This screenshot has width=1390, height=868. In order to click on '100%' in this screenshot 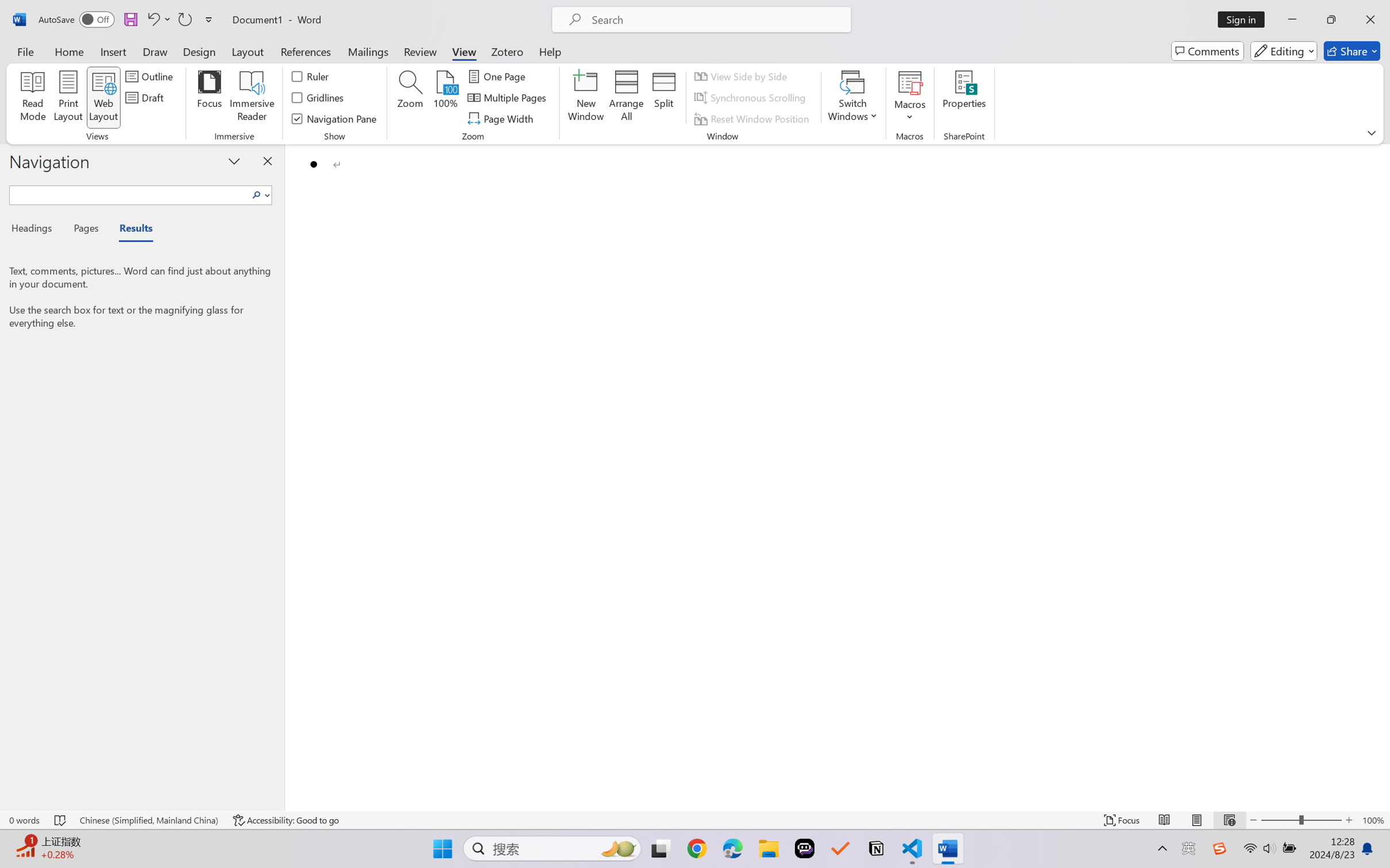, I will do `click(445, 98)`.